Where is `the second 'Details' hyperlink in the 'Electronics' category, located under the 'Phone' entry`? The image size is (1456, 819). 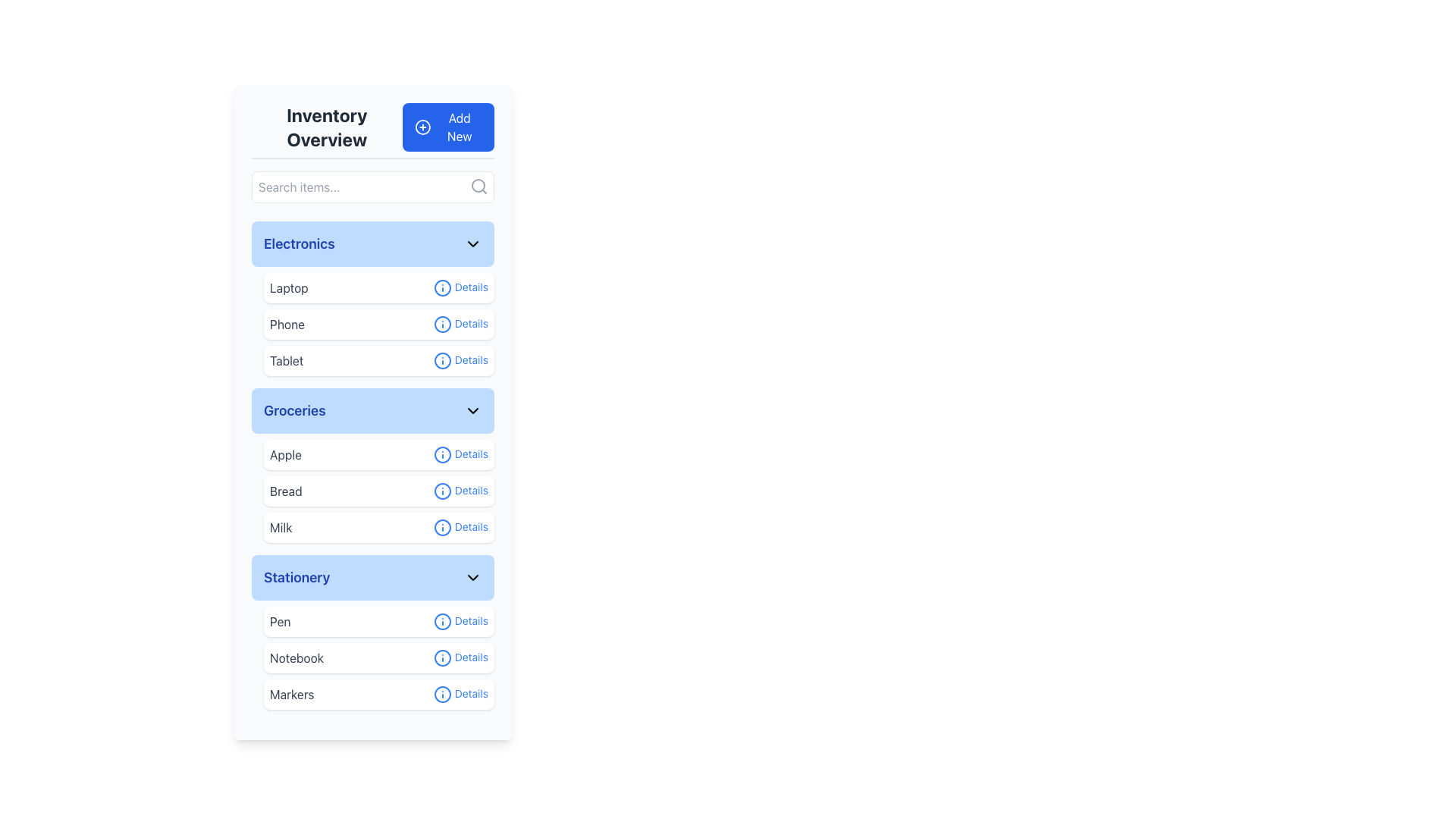
the second 'Details' hyperlink in the 'Electronics' category, located under the 'Phone' entry is located at coordinates (460, 324).